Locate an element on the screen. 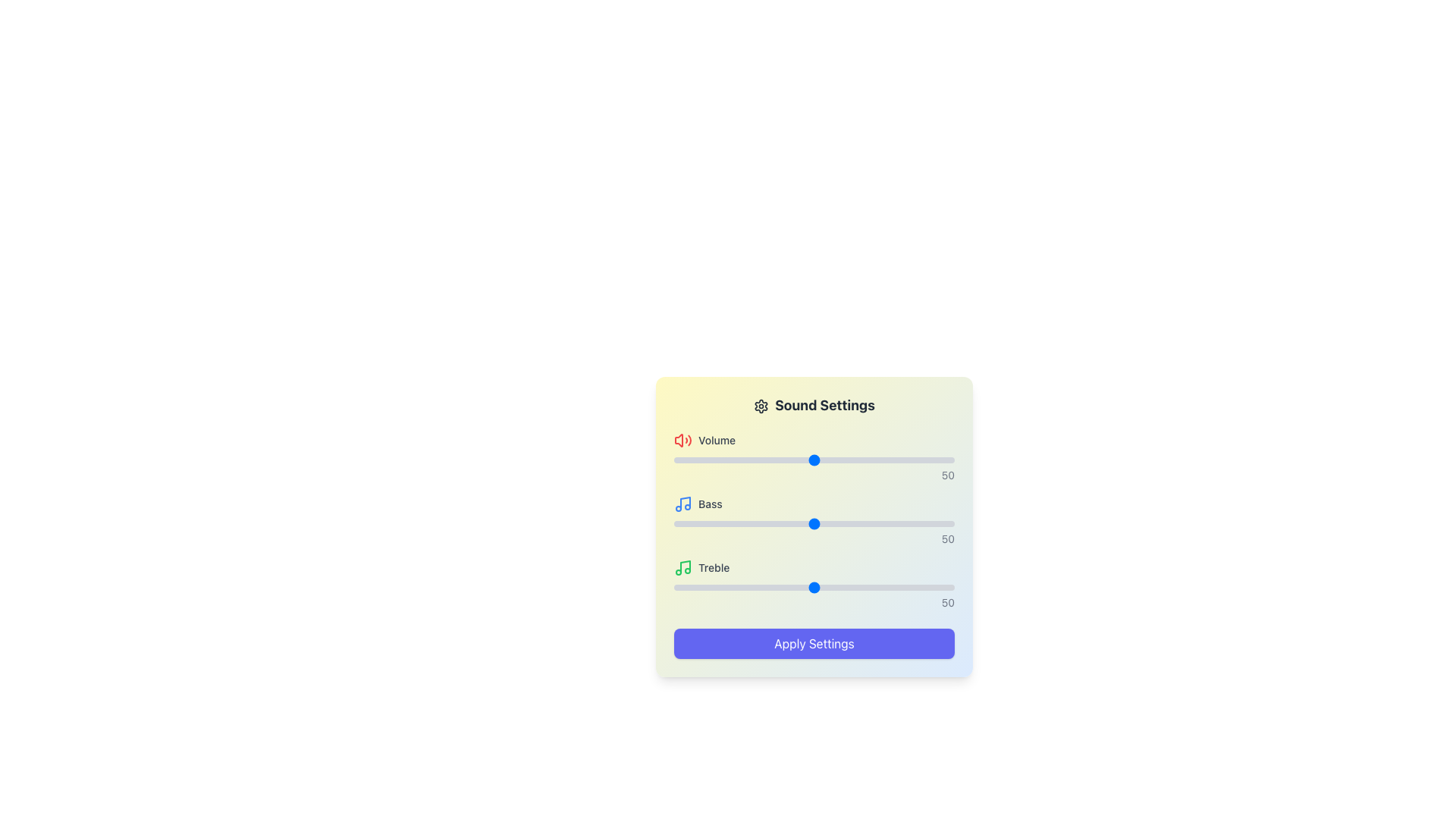  treble is located at coordinates (904, 587).